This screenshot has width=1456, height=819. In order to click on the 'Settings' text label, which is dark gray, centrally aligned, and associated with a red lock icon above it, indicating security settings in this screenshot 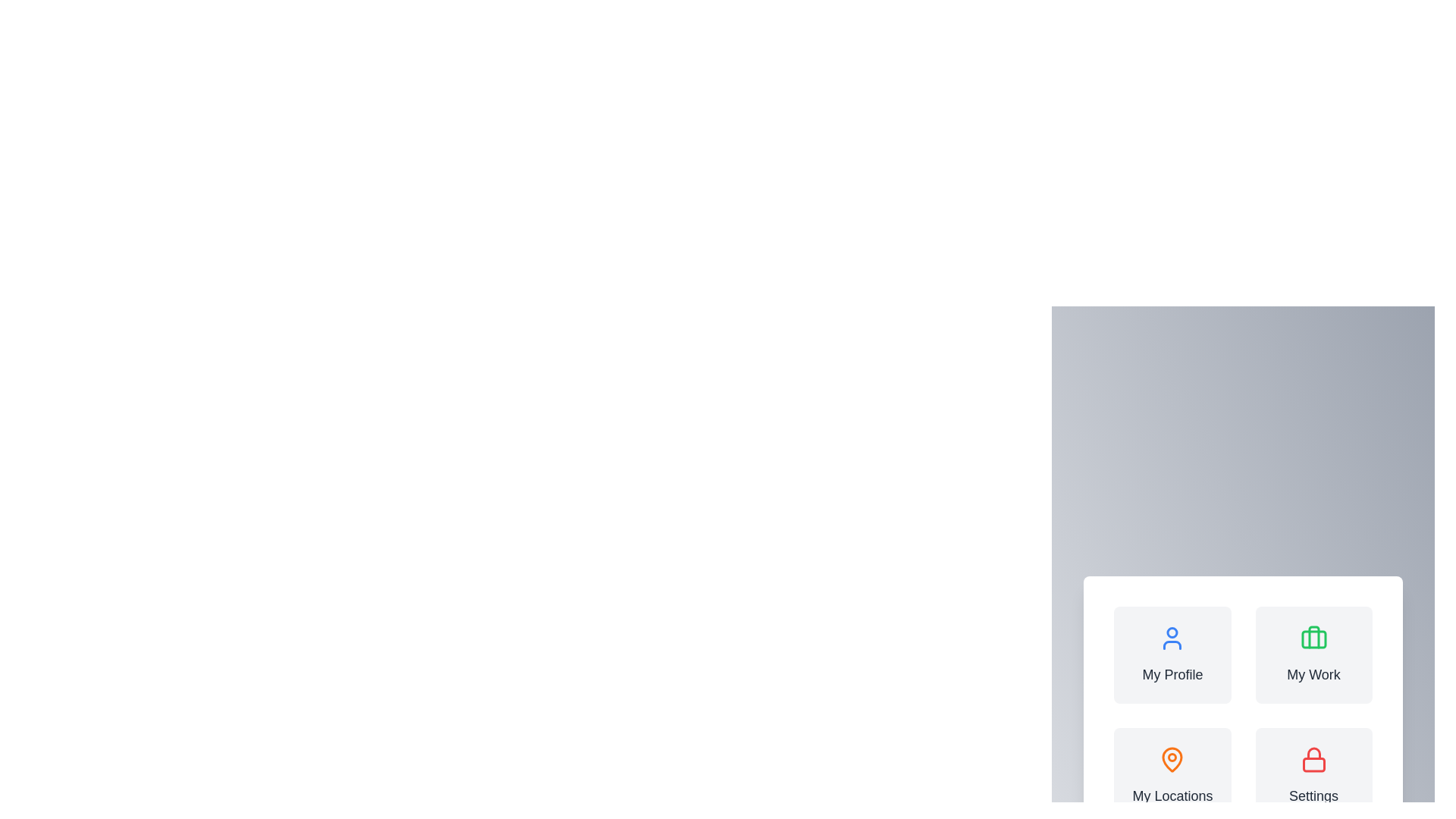, I will do `click(1313, 795)`.